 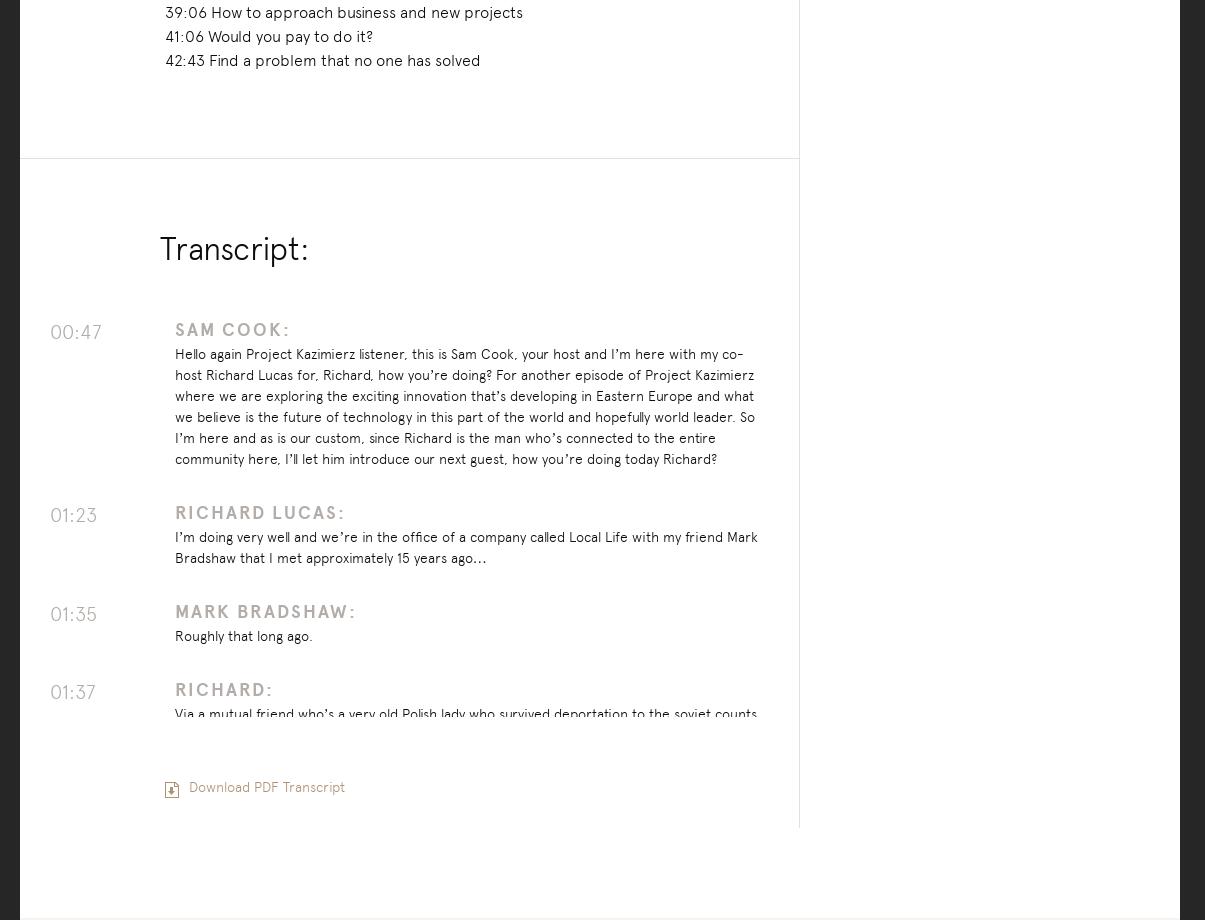 What do you see at coordinates (263, 609) in the screenshot?
I see `'mark bradshaw:'` at bounding box center [263, 609].